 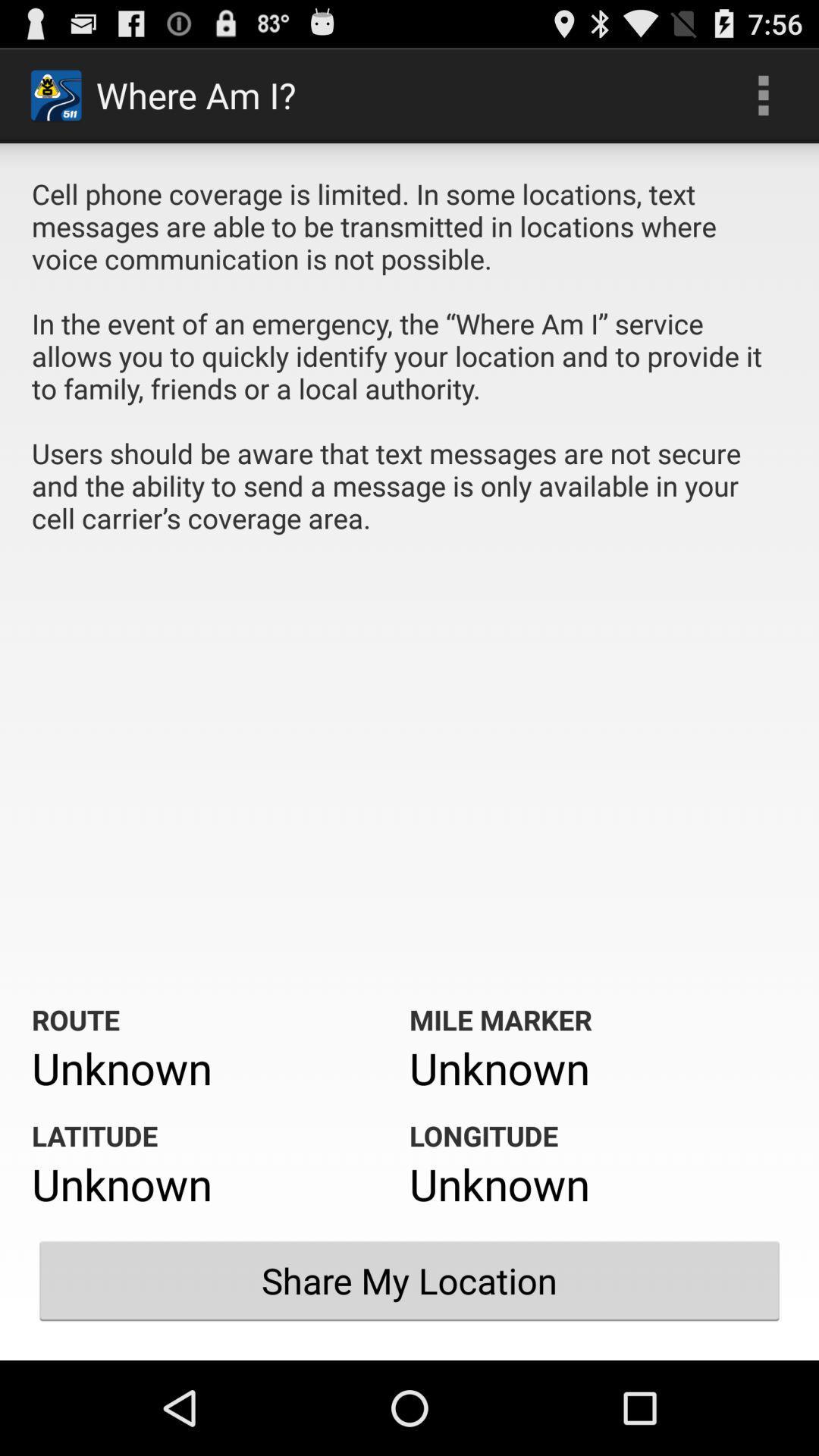 What do you see at coordinates (763, 94) in the screenshot?
I see `icon next to the where am i? icon` at bounding box center [763, 94].